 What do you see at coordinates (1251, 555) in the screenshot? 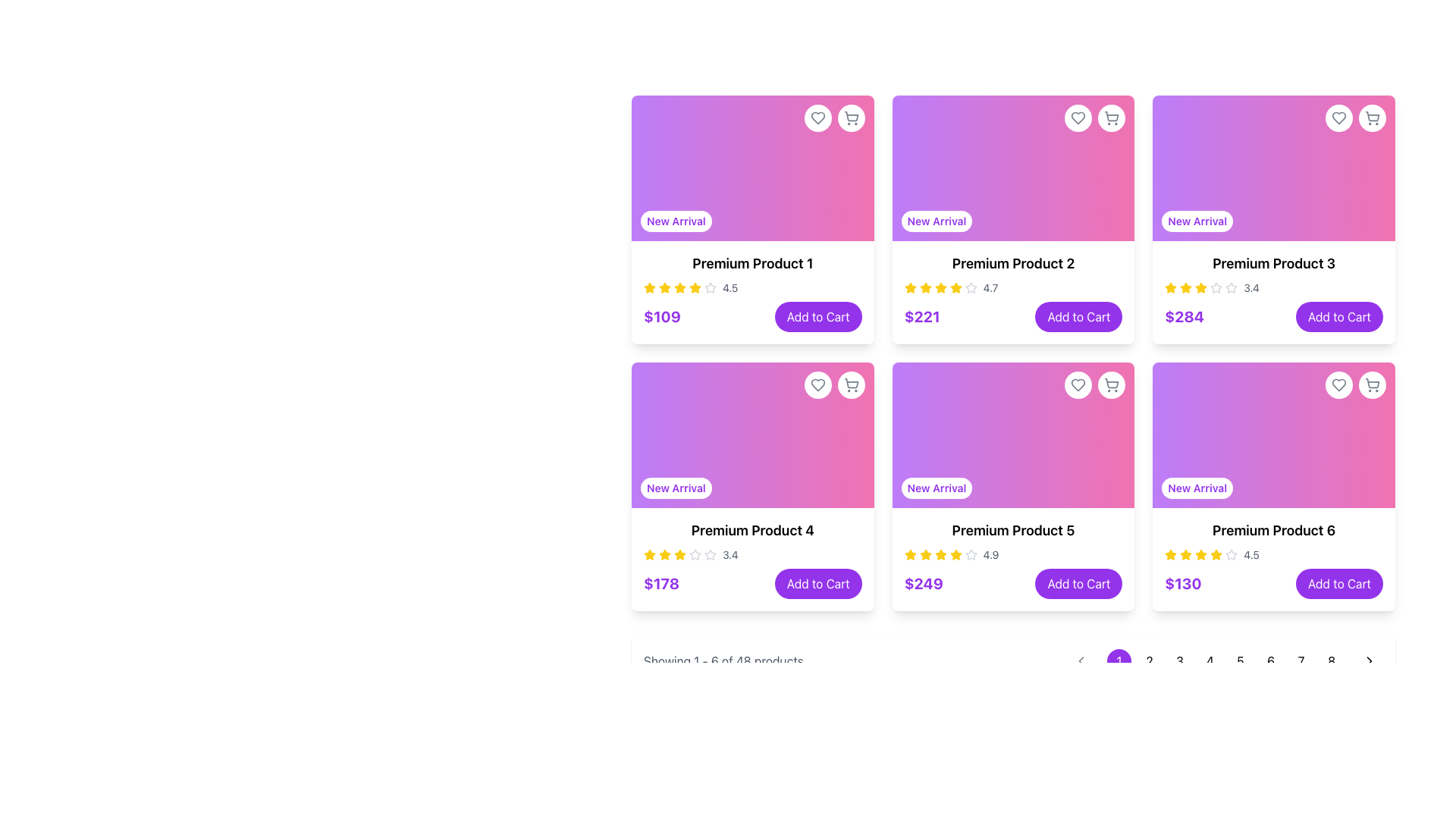
I see `text label displaying '4.5', styled in gray color, located to the right of the yellow star icons in the 'Premium Product 6' card` at bounding box center [1251, 555].